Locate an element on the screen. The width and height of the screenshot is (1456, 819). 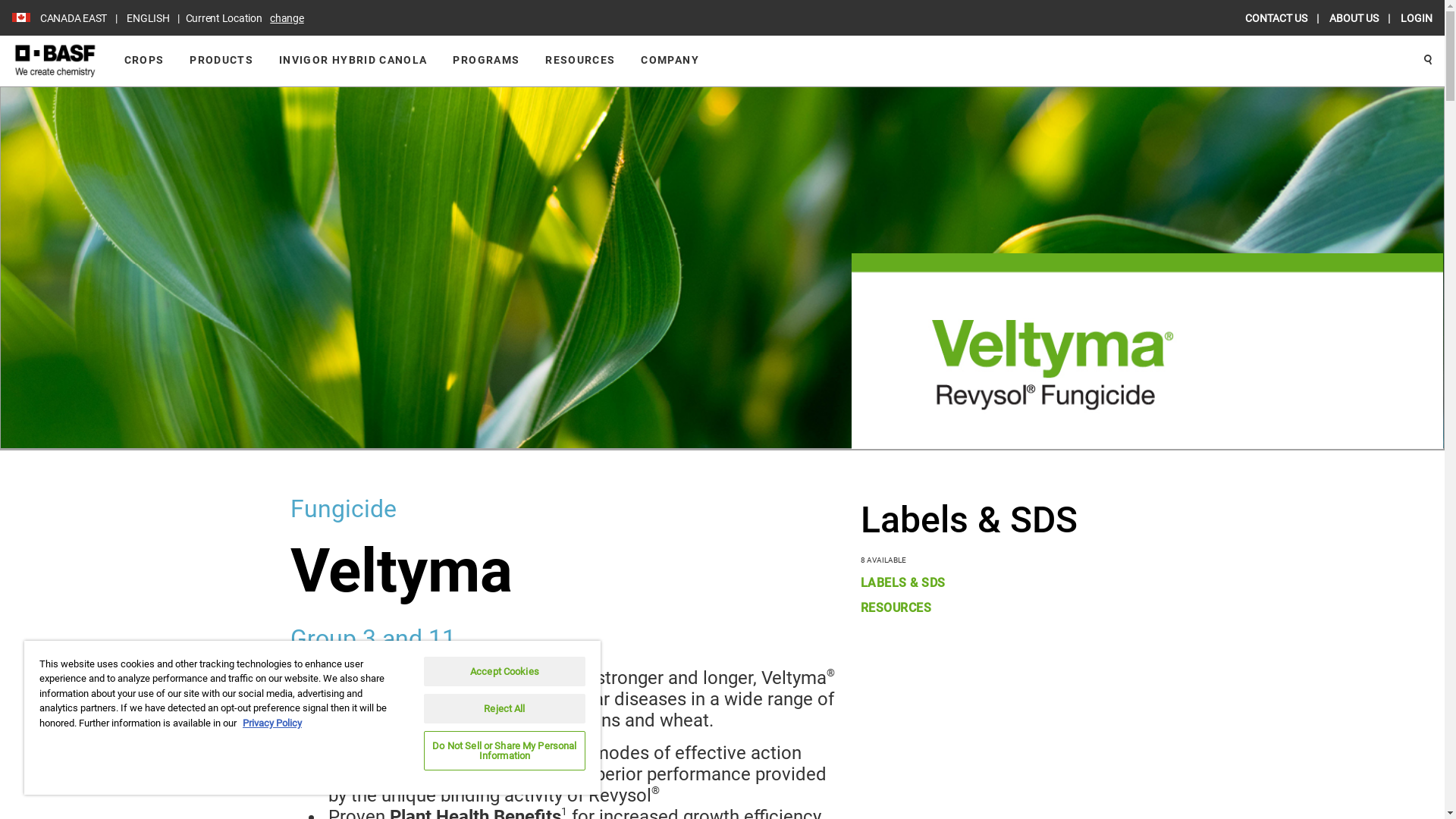
'Accept Cookies' is located at coordinates (504, 670).